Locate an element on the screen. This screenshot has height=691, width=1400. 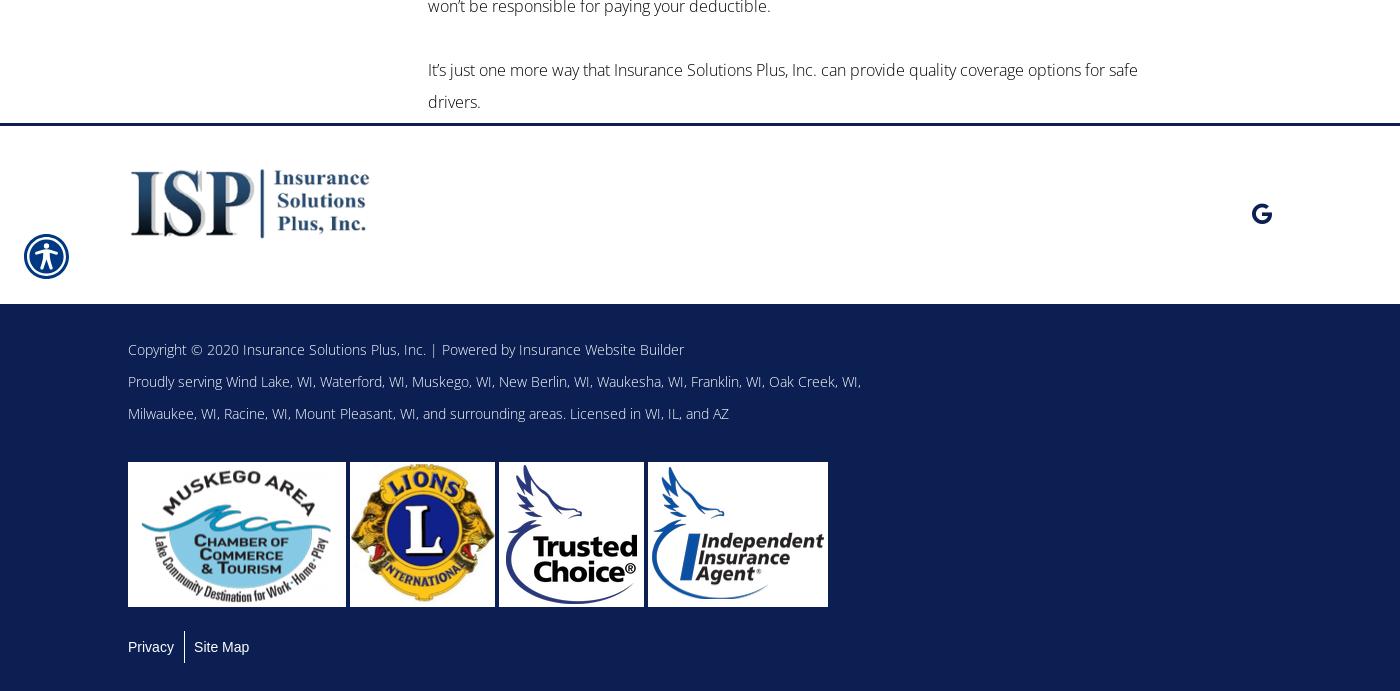
'Muskego, WI,' is located at coordinates (455, 379).